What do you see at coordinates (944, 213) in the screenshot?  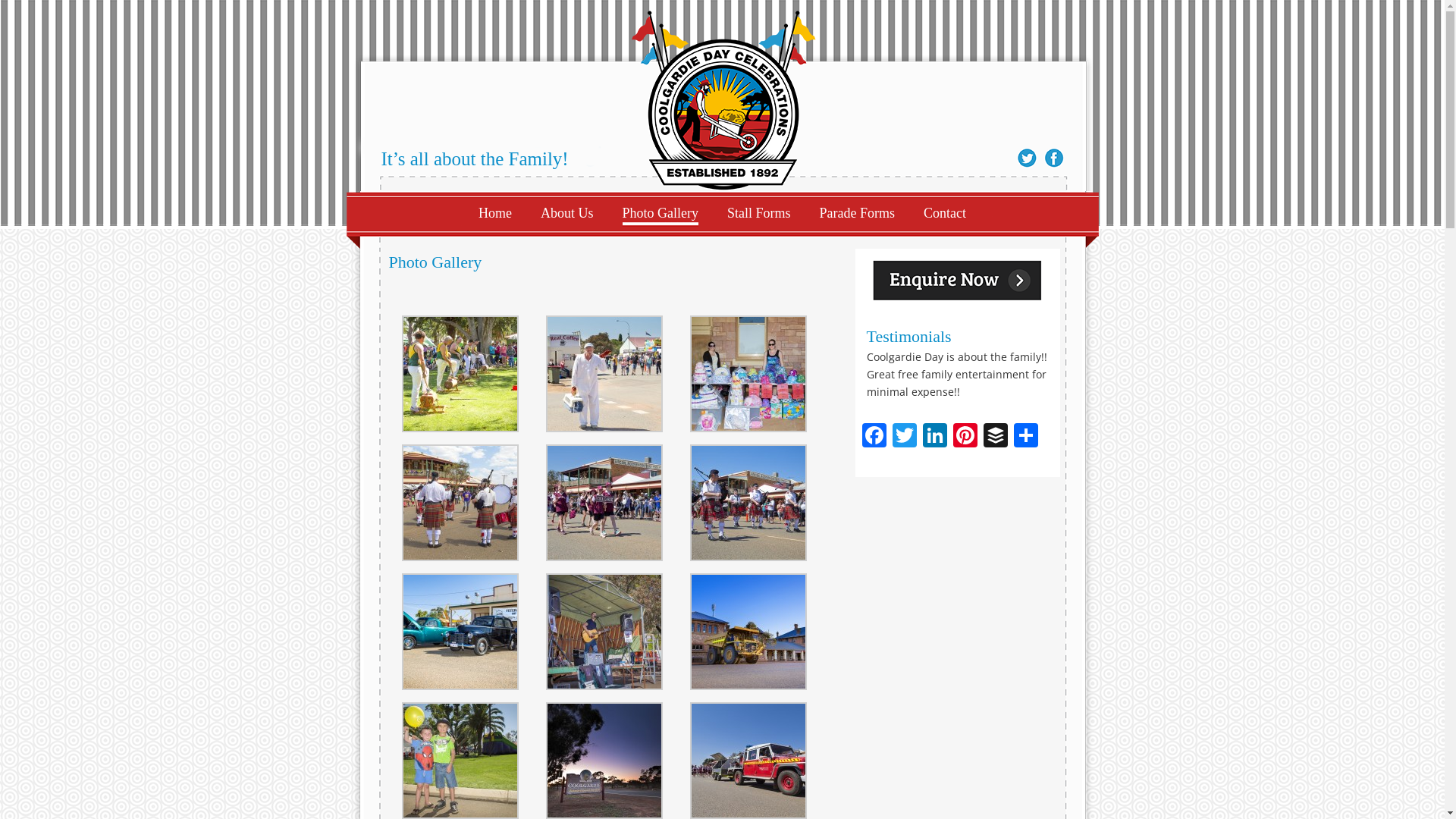 I see `'Contact'` at bounding box center [944, 213].